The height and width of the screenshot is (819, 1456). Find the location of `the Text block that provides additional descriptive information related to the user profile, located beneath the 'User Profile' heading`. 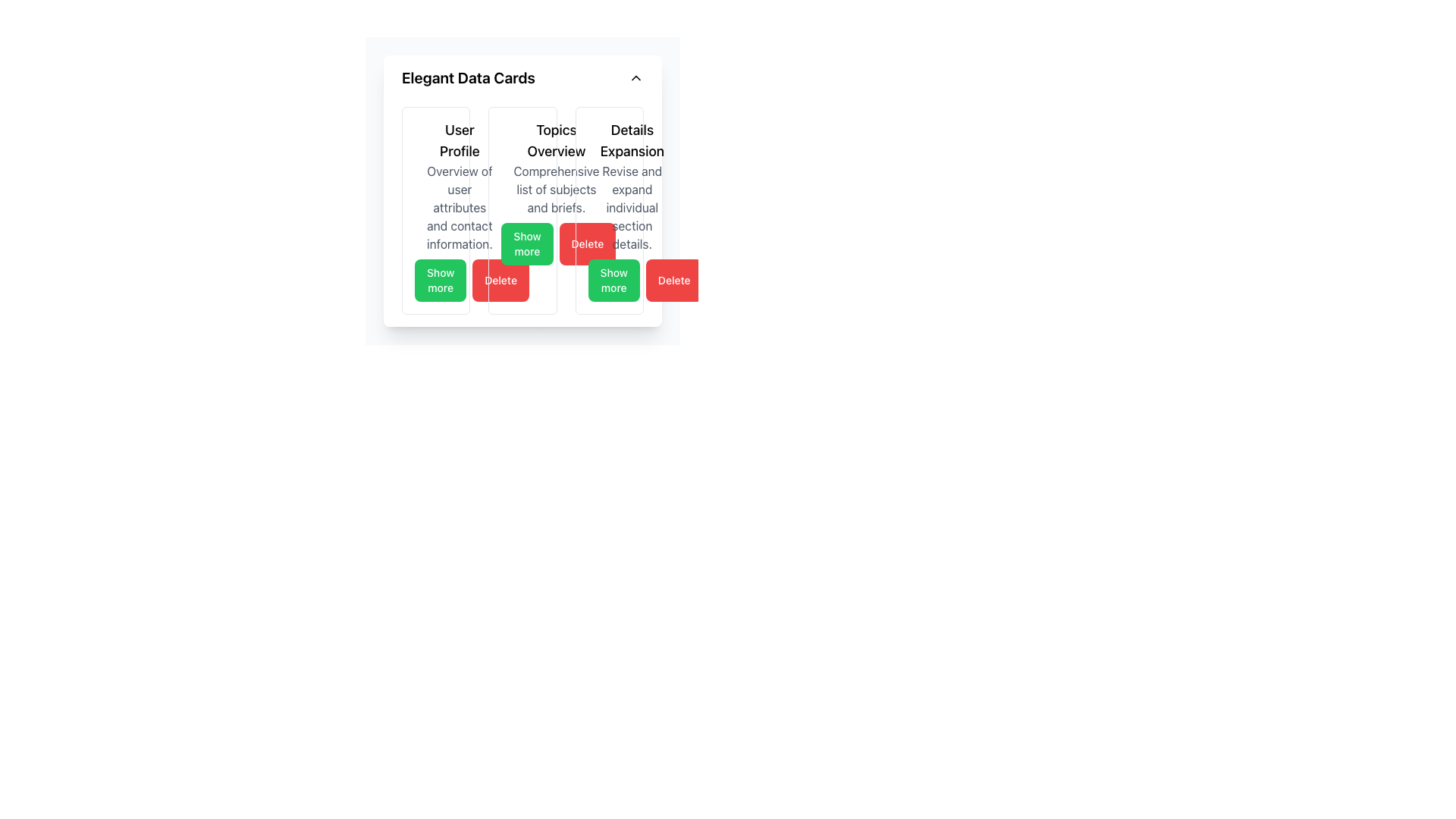

the Text block that provides additional descriptive information related to the user profile, located beneath the 'User Profile' heading is located at coordinates (459, 207).